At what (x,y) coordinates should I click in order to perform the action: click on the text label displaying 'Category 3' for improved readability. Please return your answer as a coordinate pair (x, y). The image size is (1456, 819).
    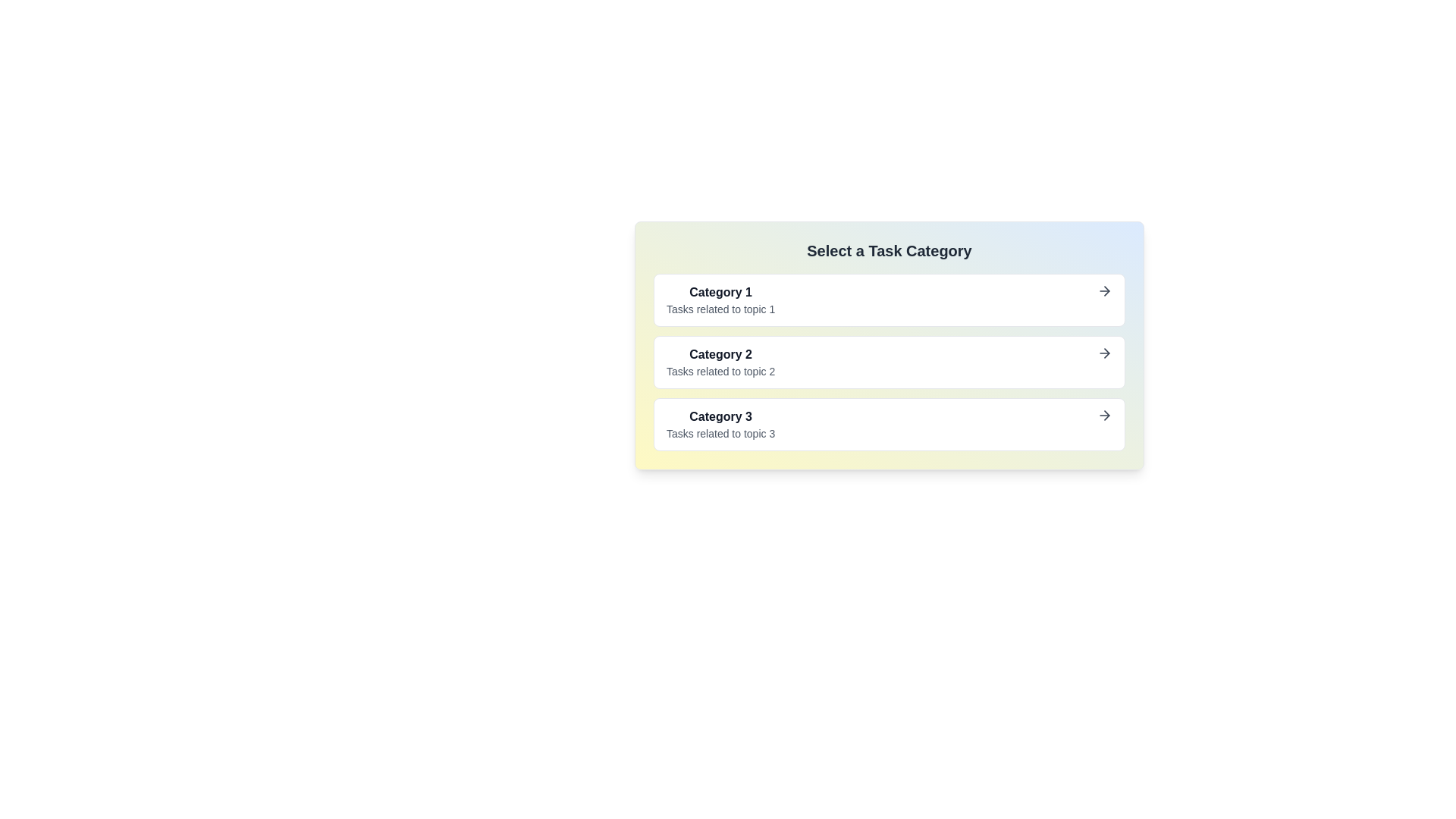
    Looking at the image, I should click on (720, 416).